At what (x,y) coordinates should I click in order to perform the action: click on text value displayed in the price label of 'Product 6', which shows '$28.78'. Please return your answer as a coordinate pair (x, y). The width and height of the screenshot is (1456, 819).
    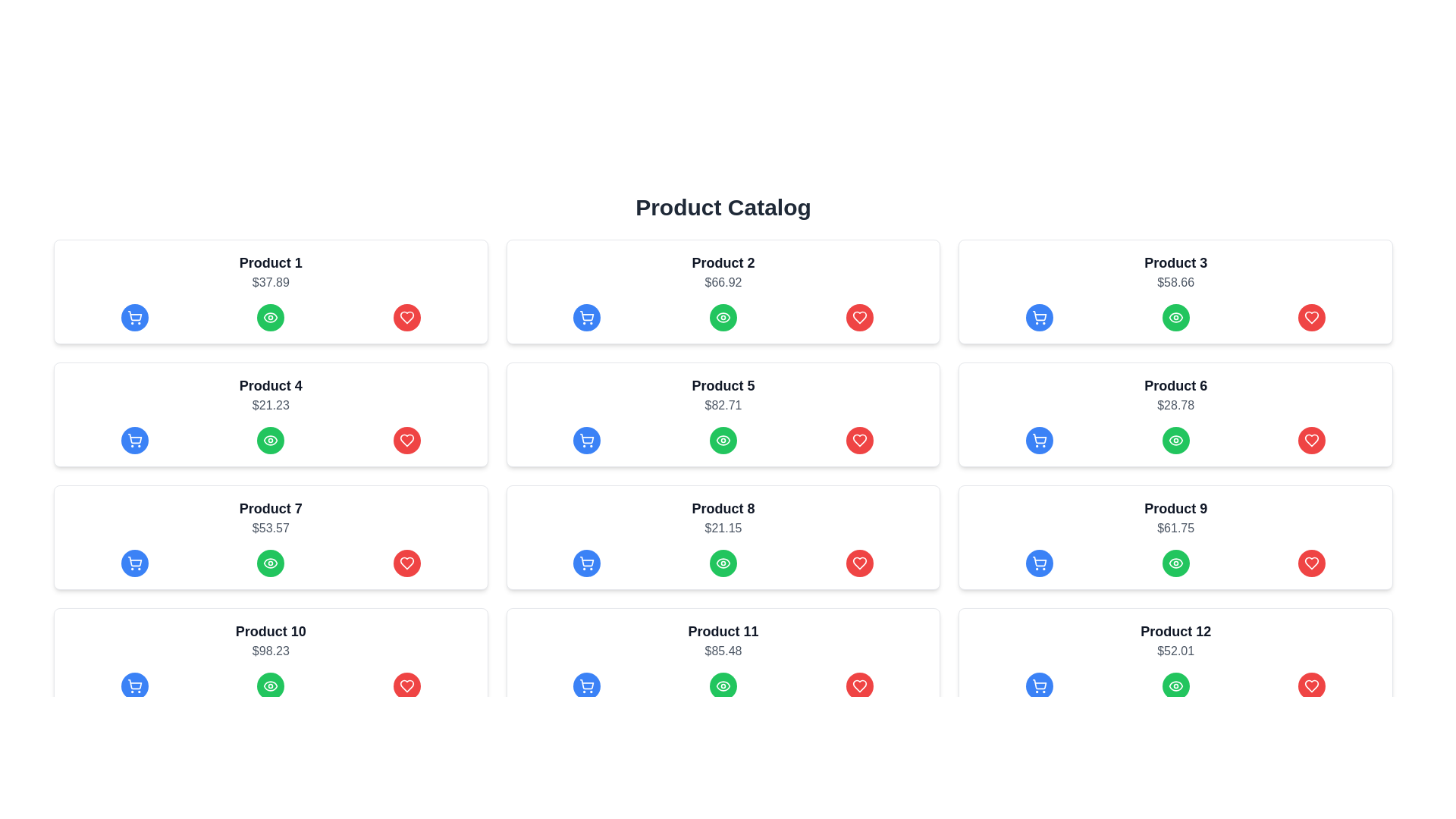
    Looking at the image, I should click on (1175, 405).